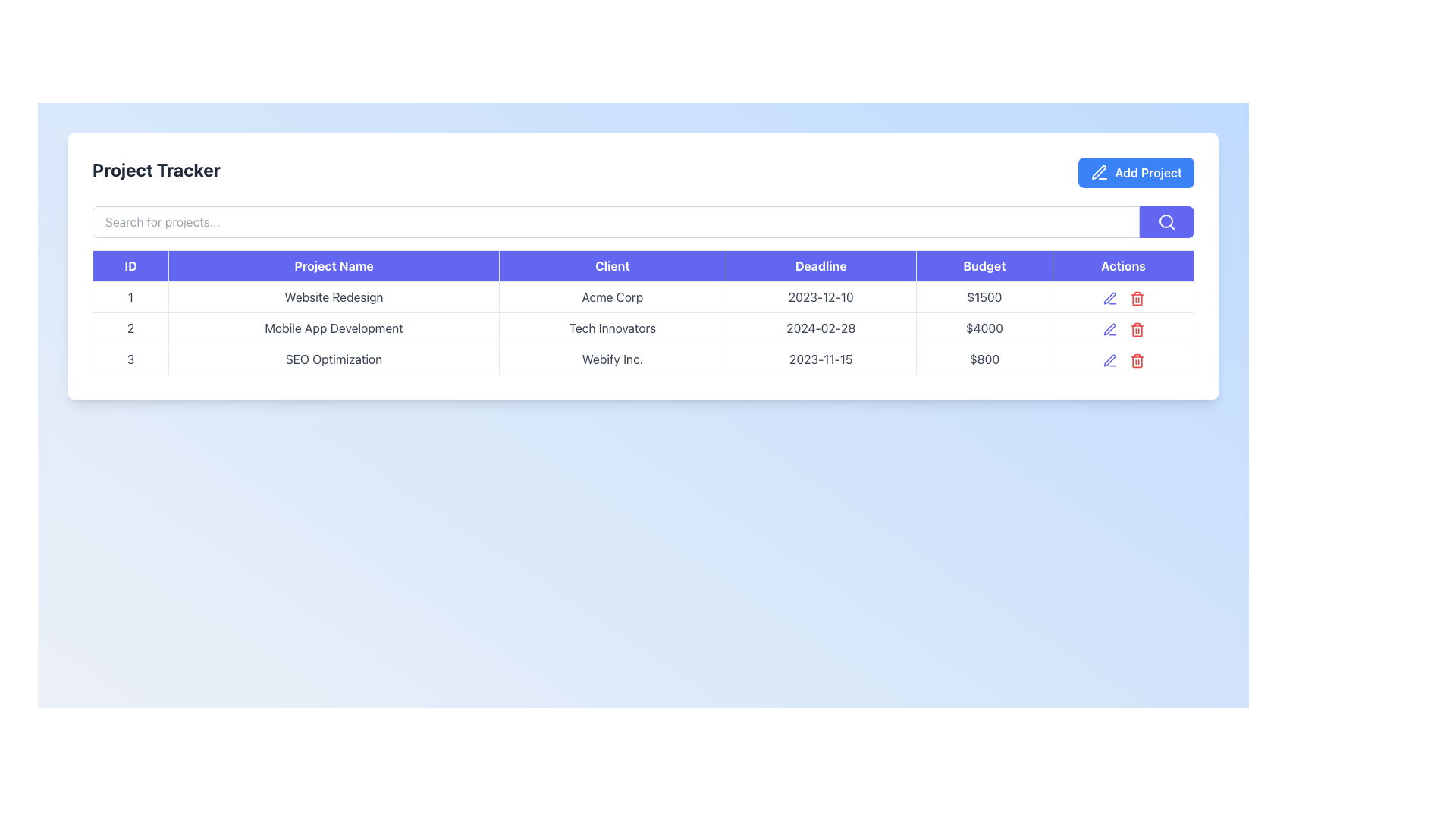  Describe the element at coordinates (1123, 297) in the screenshot. I see `the red trash icon located in the last column 'Actions' of the first row in the table` at that location.